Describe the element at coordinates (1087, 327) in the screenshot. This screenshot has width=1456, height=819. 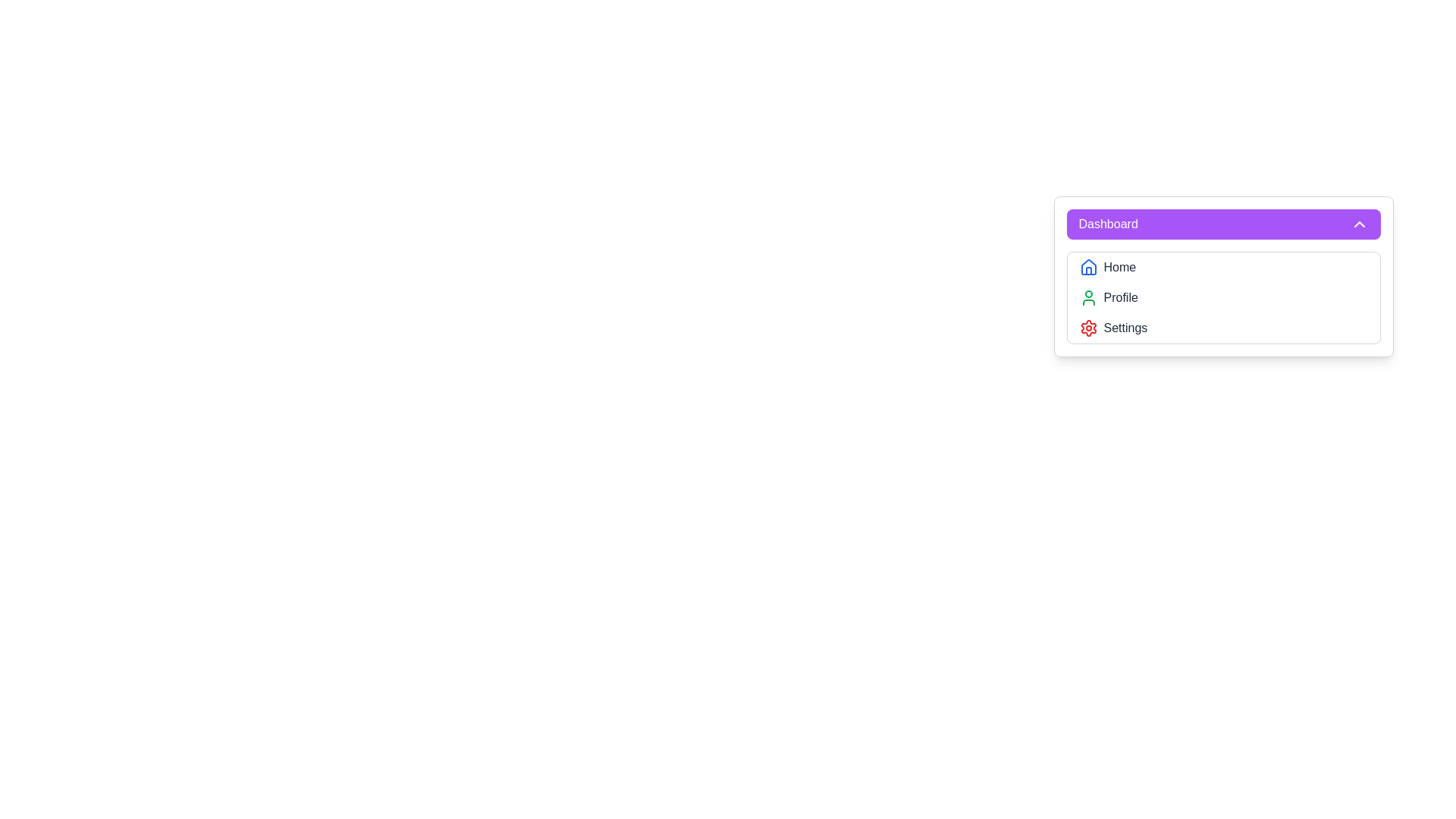
I see `the settings icon located to the left of the 'Settings' text in the dropdown menu` at that location.